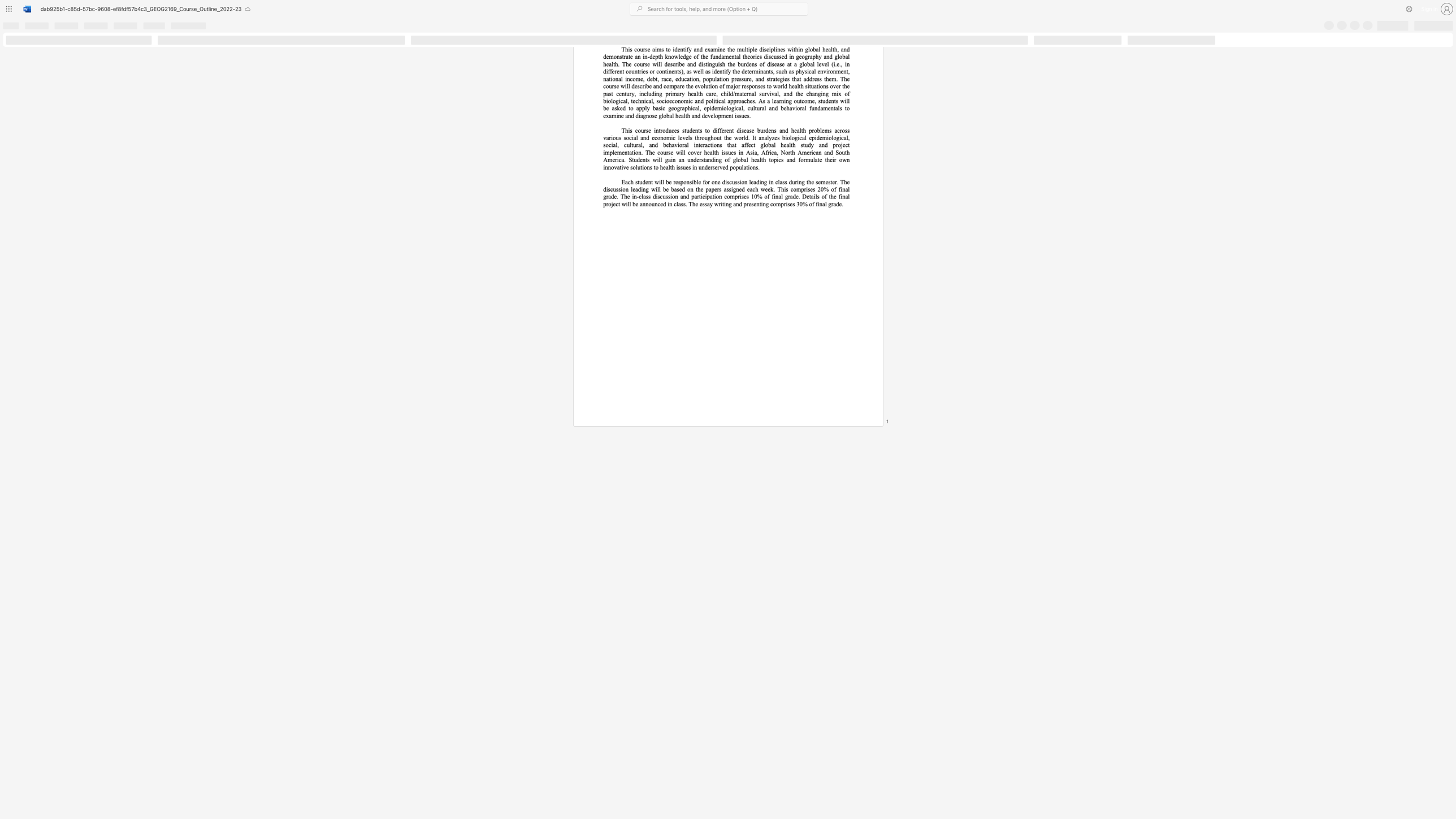 The image size is (1456, 819). Describe the element at coordinates (666, 71) in the screenshot. I see `the subset text "inents" within the text "continents"` at that location.